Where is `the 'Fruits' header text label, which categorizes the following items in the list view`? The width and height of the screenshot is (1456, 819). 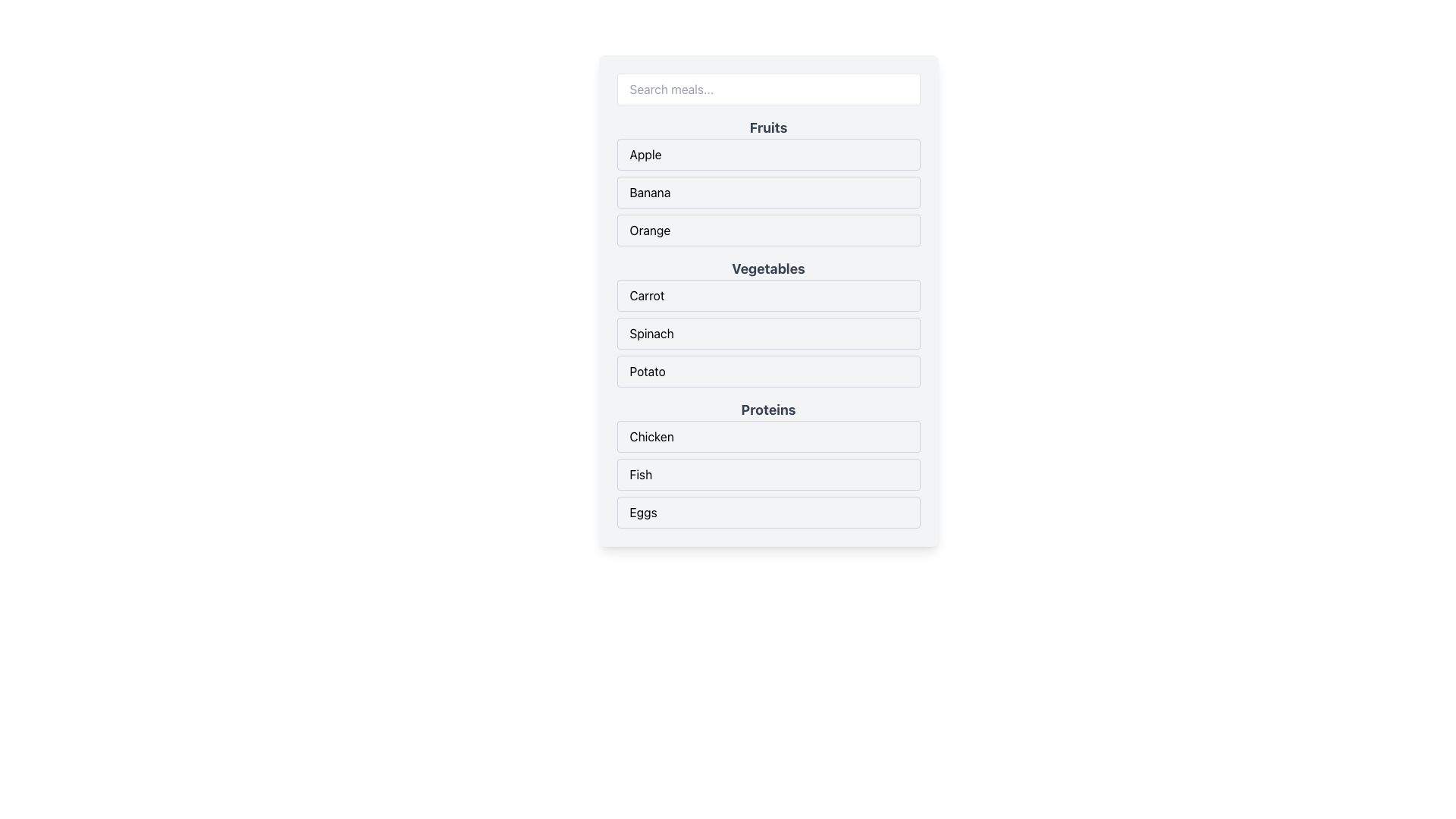
the 'Fruits' header text label, which categorizes the following items in the list view is located at coordinates (768, 127).